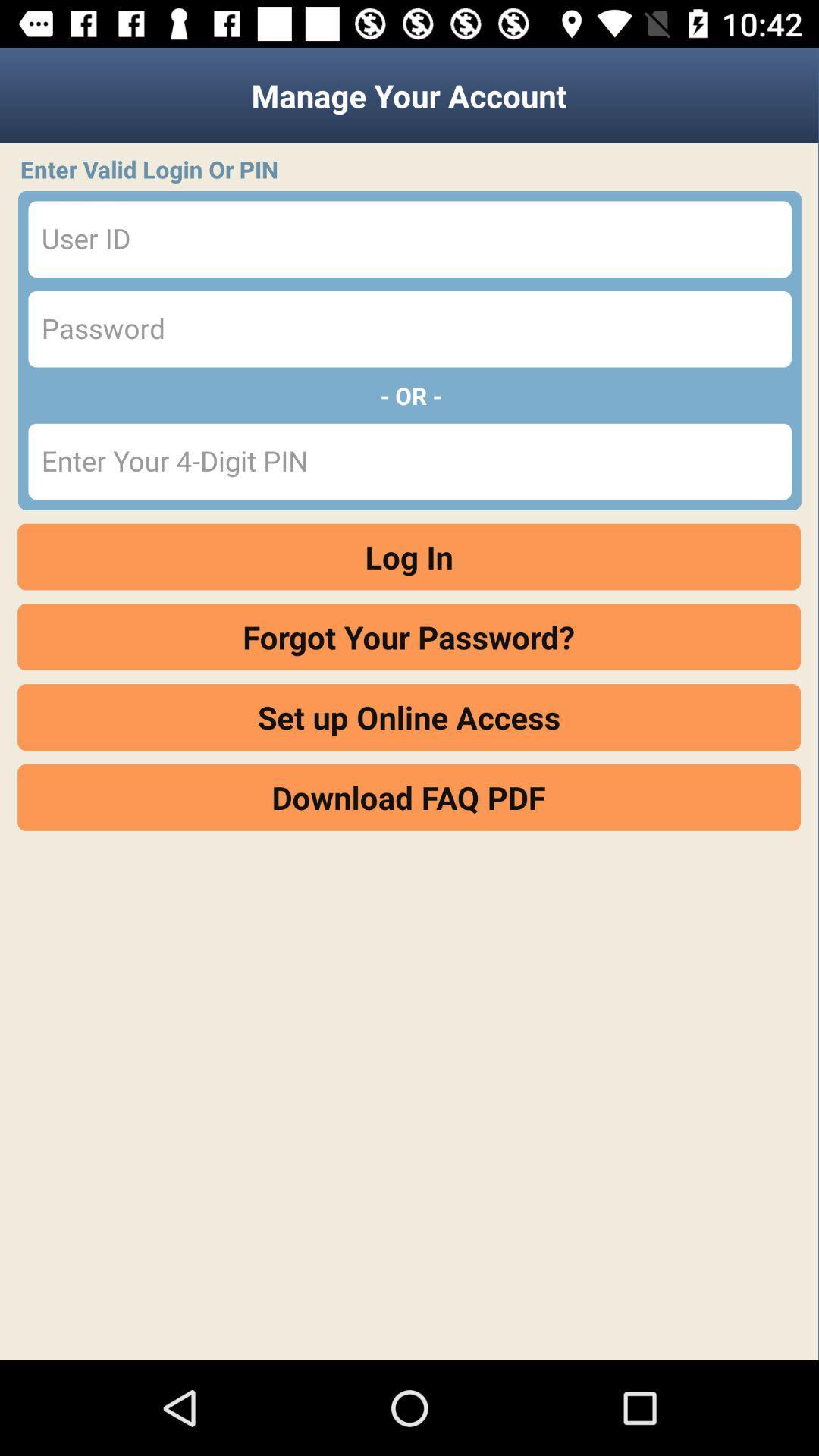 The height and width of the screenshot is (1456, 819). I want to click on download faq pdf, so click(408, 796).